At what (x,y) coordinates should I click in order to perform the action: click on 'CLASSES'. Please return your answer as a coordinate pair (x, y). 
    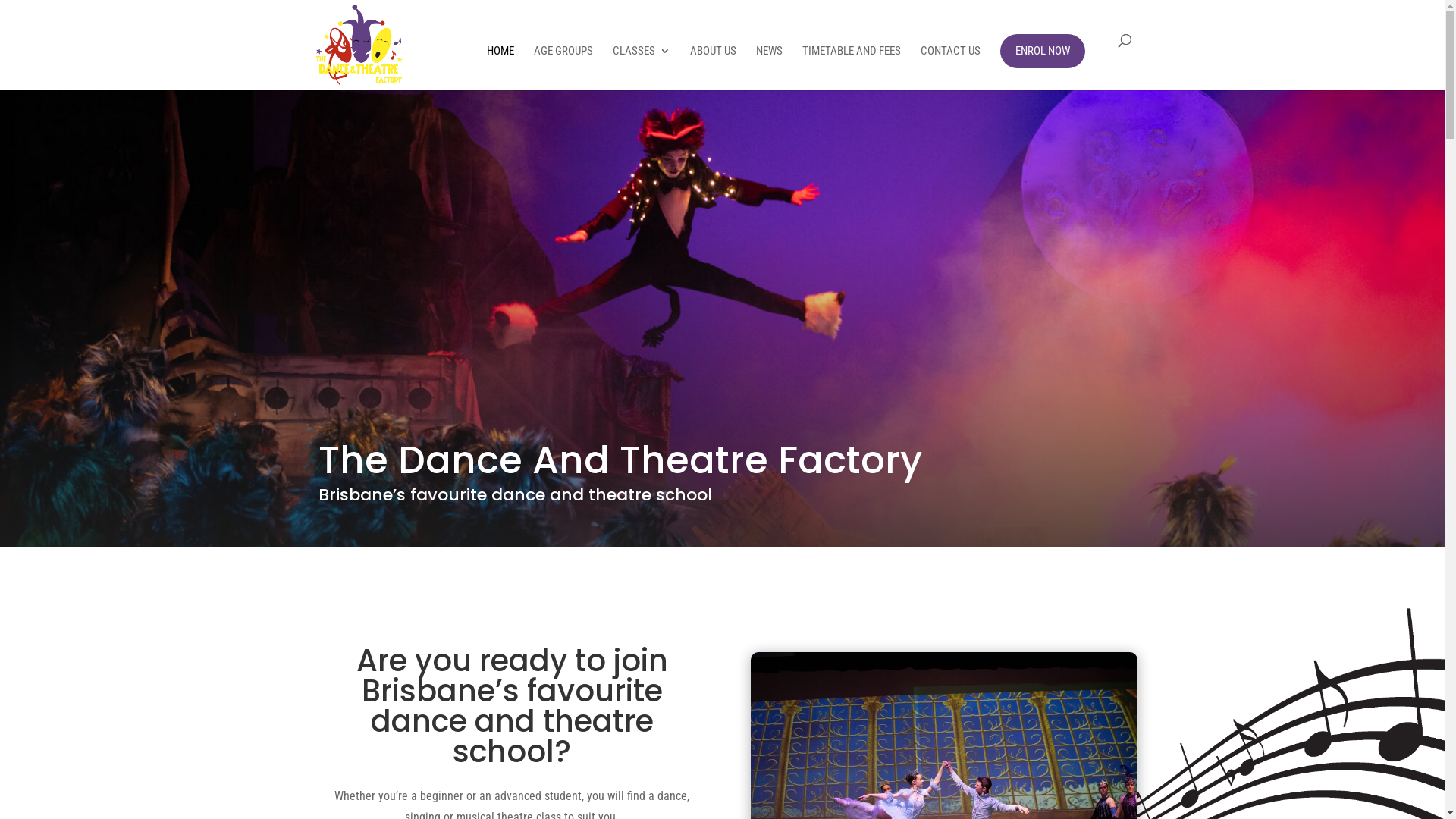
    Looking at the image, I should click on (641, 67).